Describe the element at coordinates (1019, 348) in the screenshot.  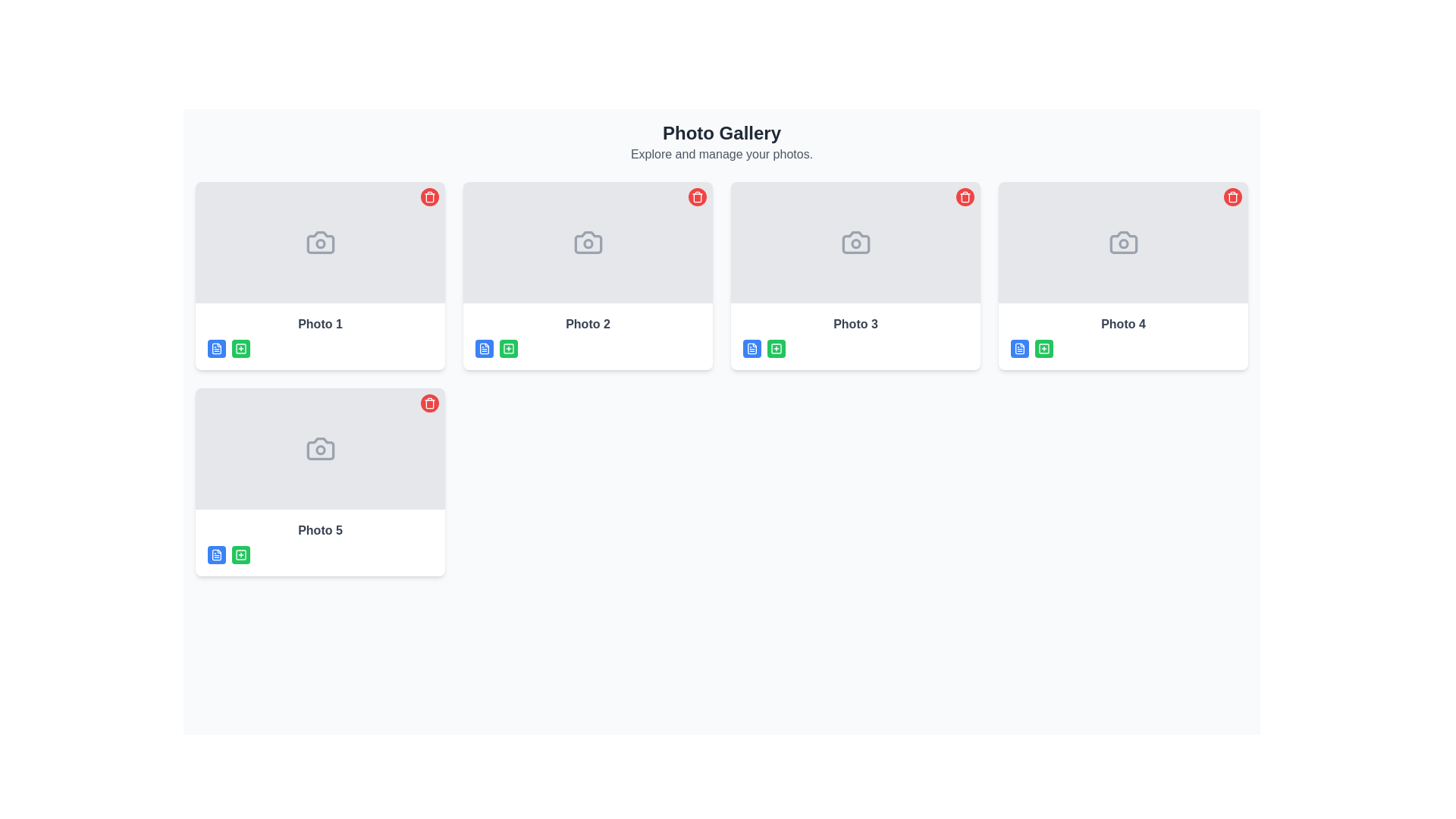
I see `the blue document icon located at the bottom left corner of the 'Photo 4' card` at that location.